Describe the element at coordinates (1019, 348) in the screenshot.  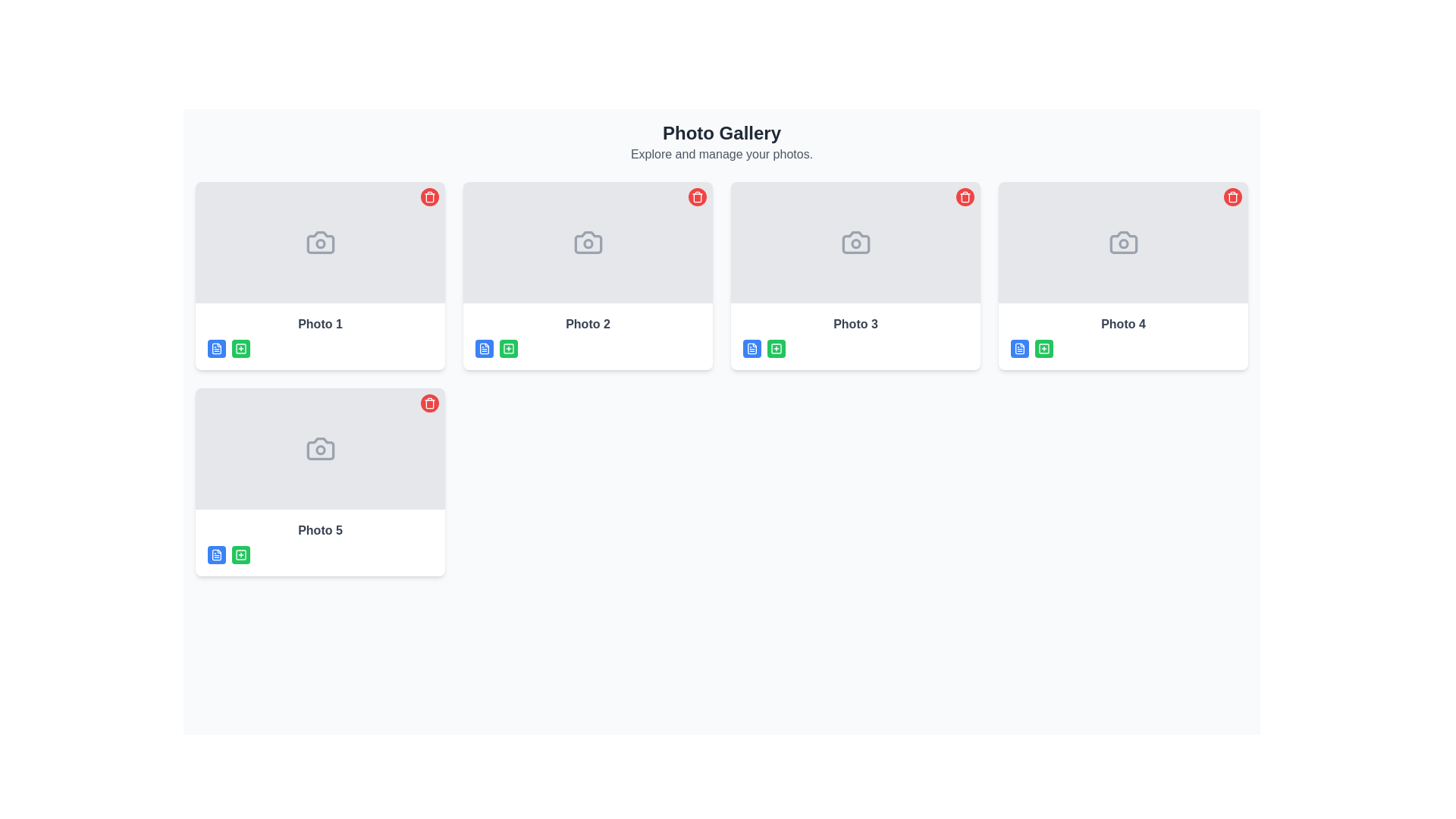
I see `the blue document icon located at the bottom left corner of the 'Photo 4' card` at that location.